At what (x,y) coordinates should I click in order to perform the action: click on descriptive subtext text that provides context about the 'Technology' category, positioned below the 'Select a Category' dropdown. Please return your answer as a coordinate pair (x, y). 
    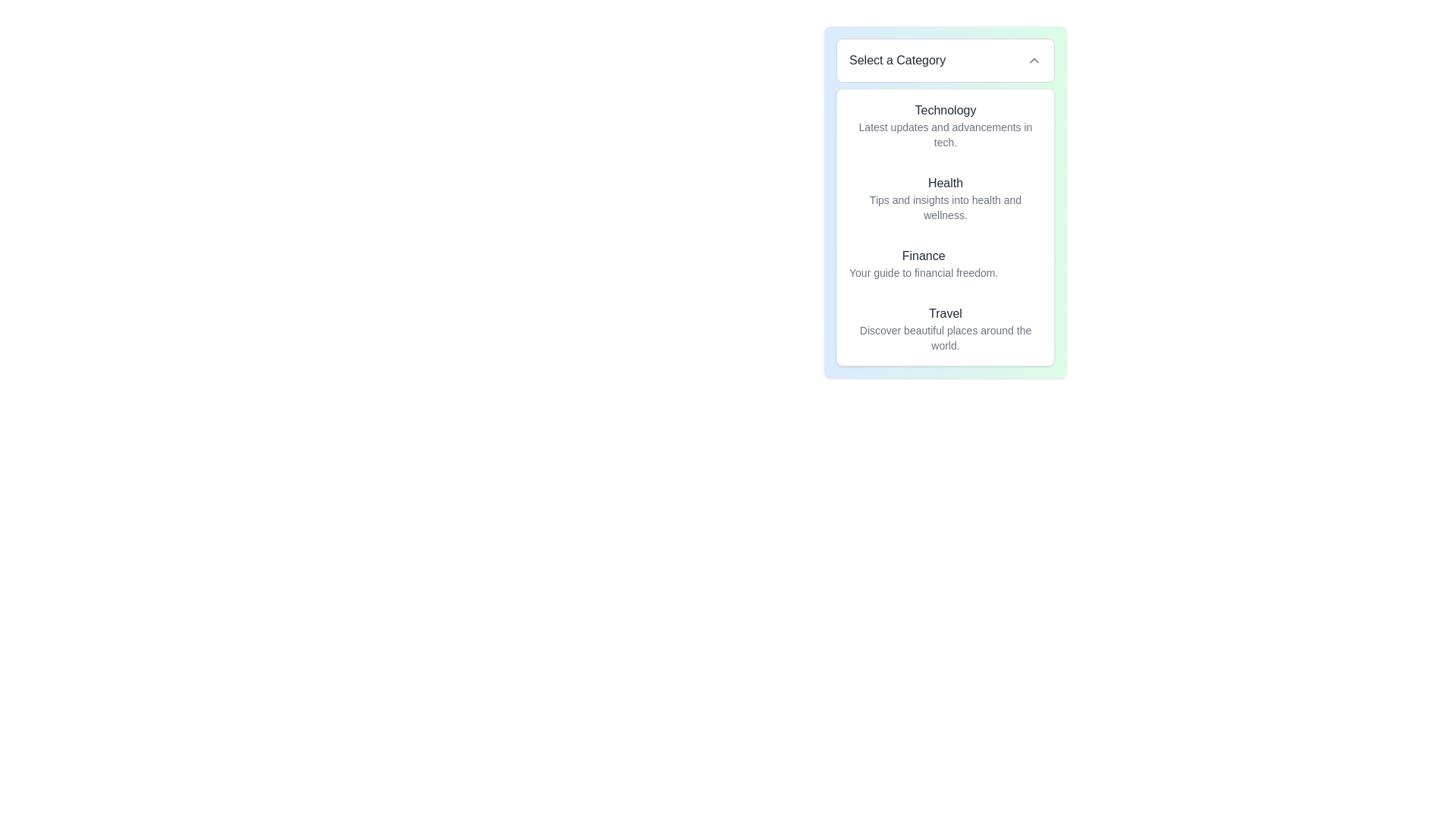
    Looking at the image, I should click on (945, 133).